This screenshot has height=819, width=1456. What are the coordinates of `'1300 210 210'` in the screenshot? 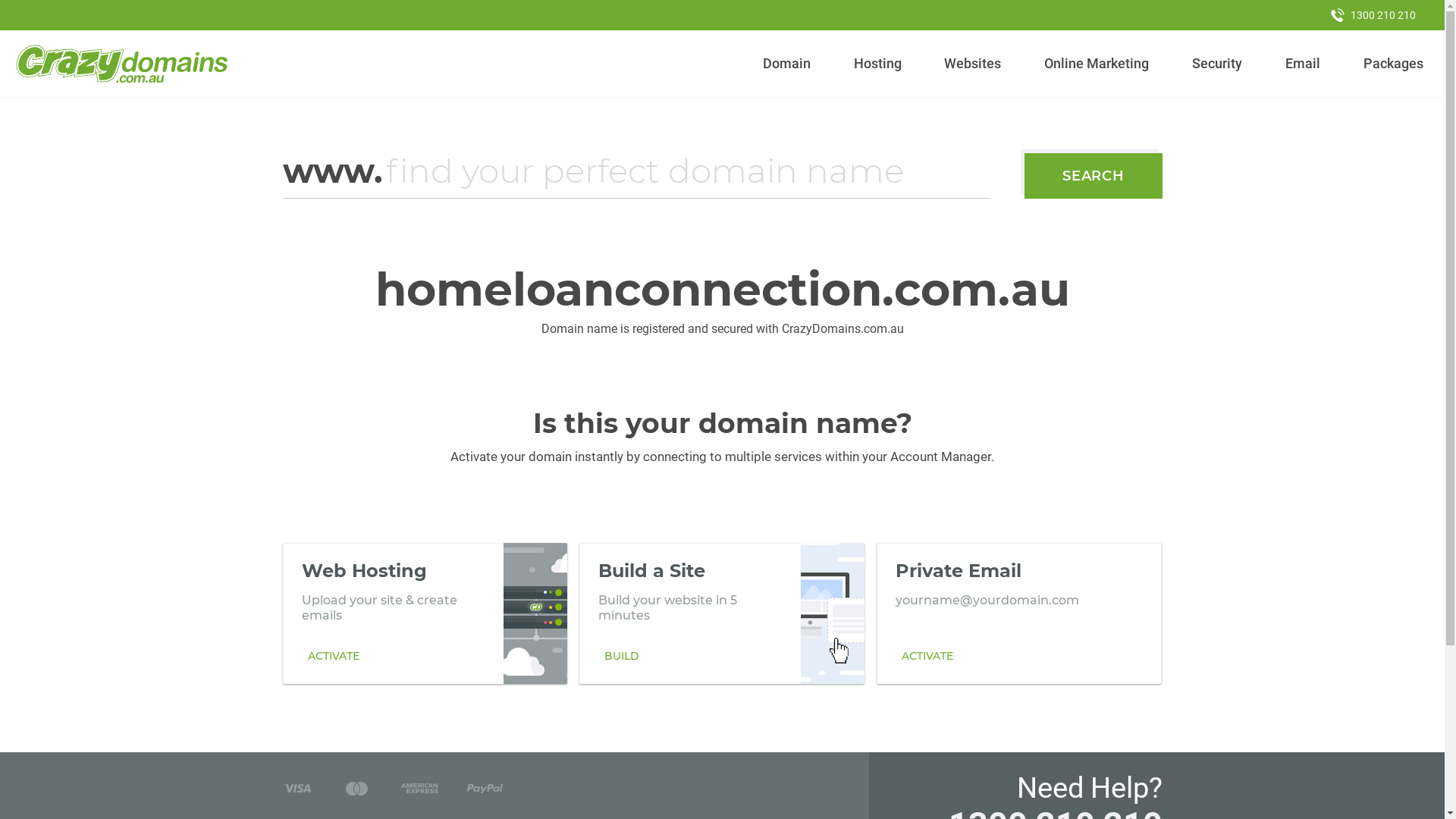 It's located at (1373, 14).